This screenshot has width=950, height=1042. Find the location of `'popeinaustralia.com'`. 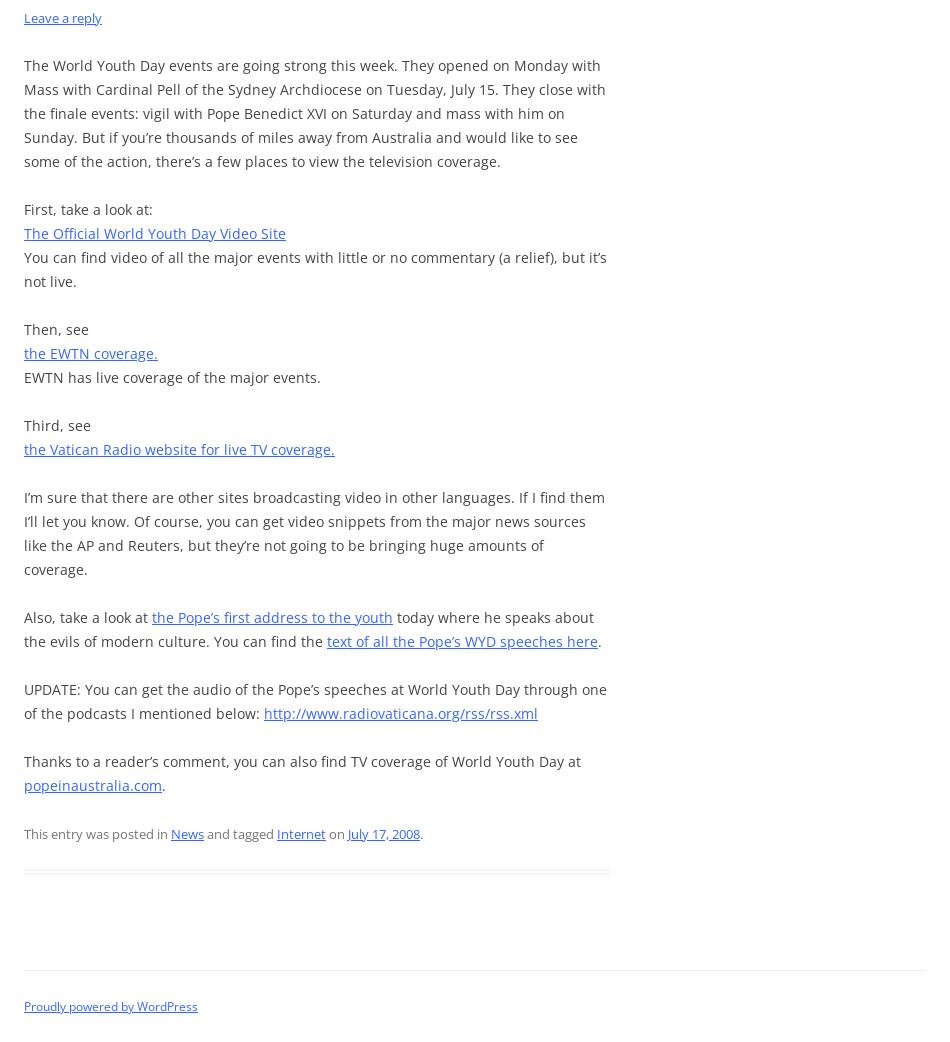

'popeinaustralia.com' is located at coordinates (93, 785).